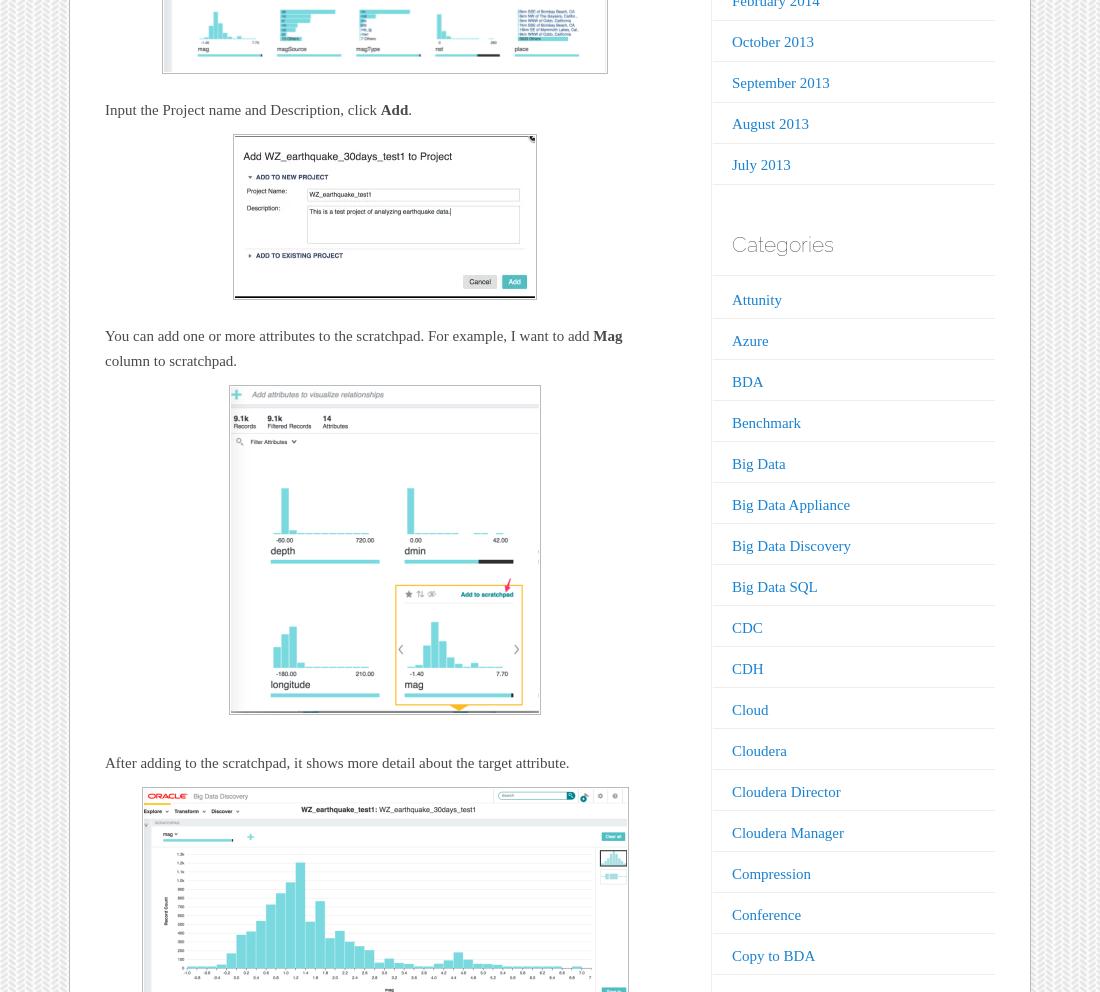 This screenshot has height=992, width=1100. Describe the element at coordinates (790, 503) in the screenshot. I see `'Big Data Appliance'` at that location.